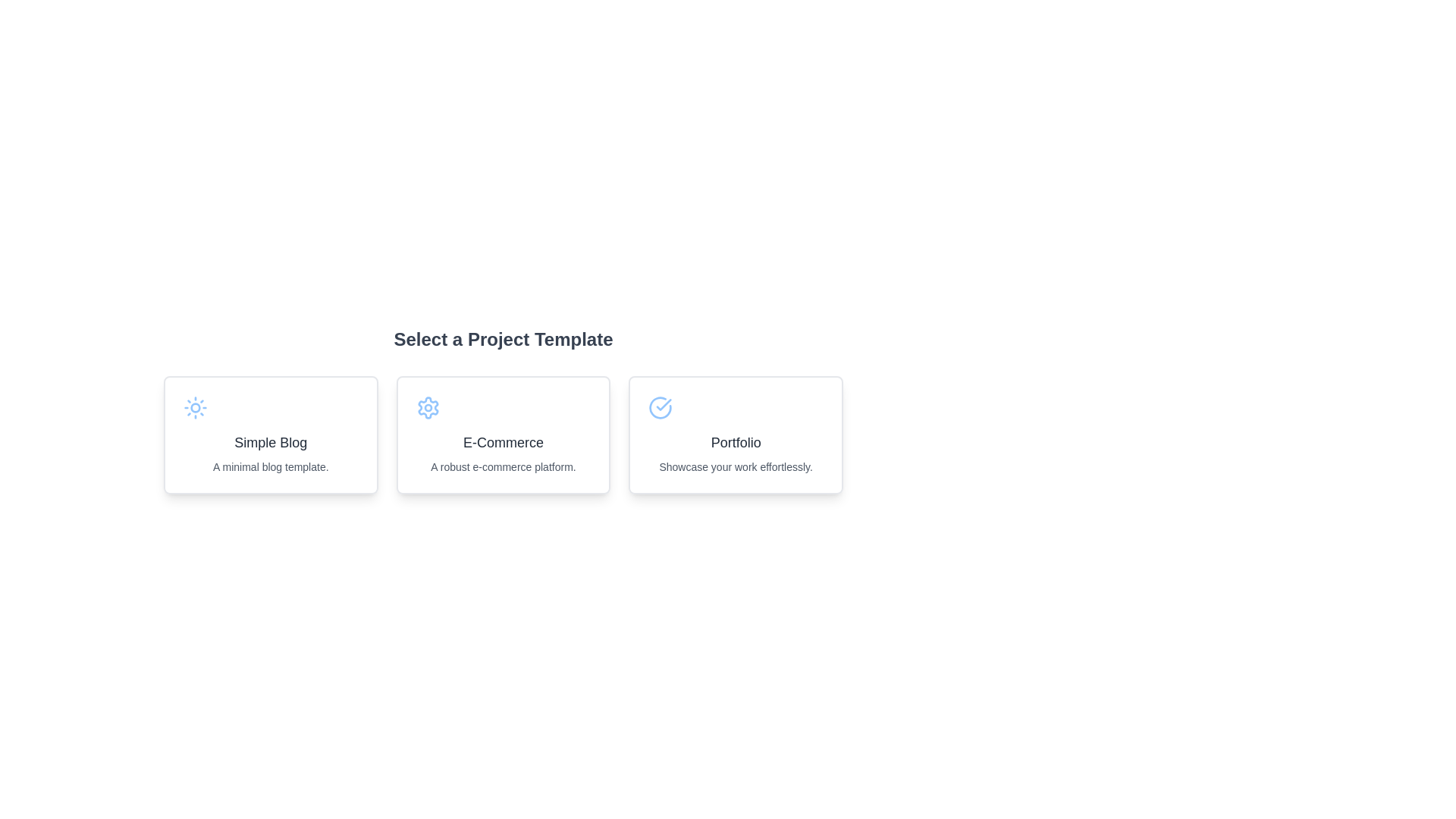 This screenshot has width=1456, height=819. Describe the element at coordinates (427, 406) in the screenshot. I see `the cogwheel icon, which has a light blue color and distinct tooth-like protrusions` at that location.